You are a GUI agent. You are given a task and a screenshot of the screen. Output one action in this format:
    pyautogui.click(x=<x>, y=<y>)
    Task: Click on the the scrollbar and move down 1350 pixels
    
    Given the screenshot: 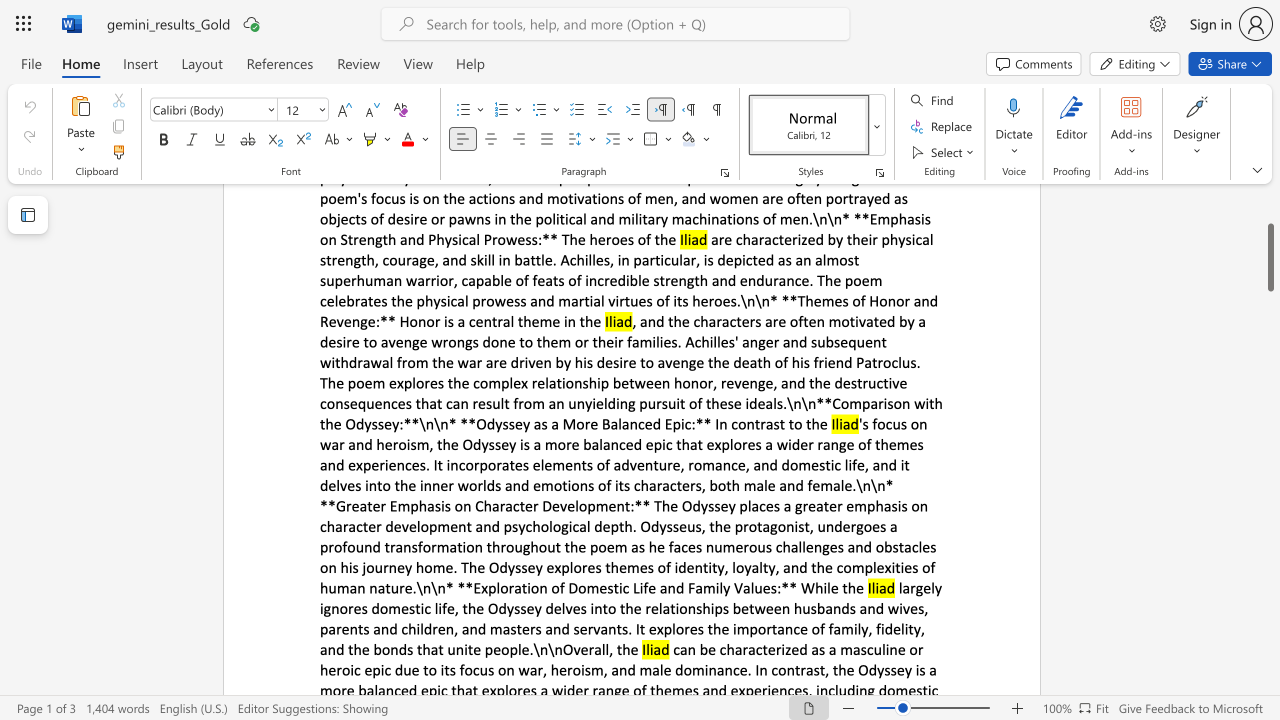 What is the action you would take?
    pyautogui.click(x=1269, y=256)
    